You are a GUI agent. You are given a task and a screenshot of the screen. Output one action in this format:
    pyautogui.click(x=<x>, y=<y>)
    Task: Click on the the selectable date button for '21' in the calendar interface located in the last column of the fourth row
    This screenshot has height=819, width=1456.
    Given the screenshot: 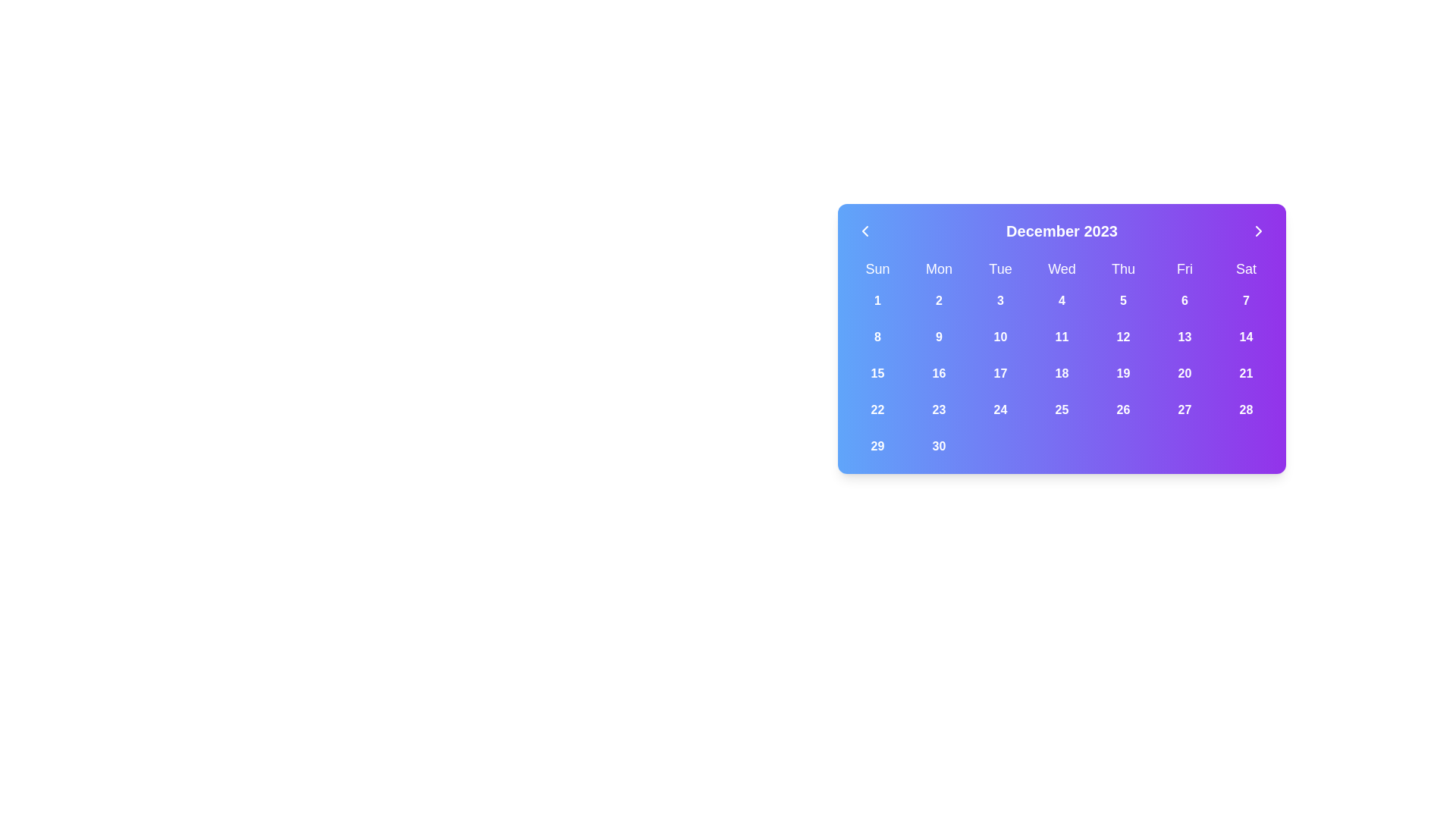 What is the action you would take?
    pyautogui.click(x=1246, y=374)
    